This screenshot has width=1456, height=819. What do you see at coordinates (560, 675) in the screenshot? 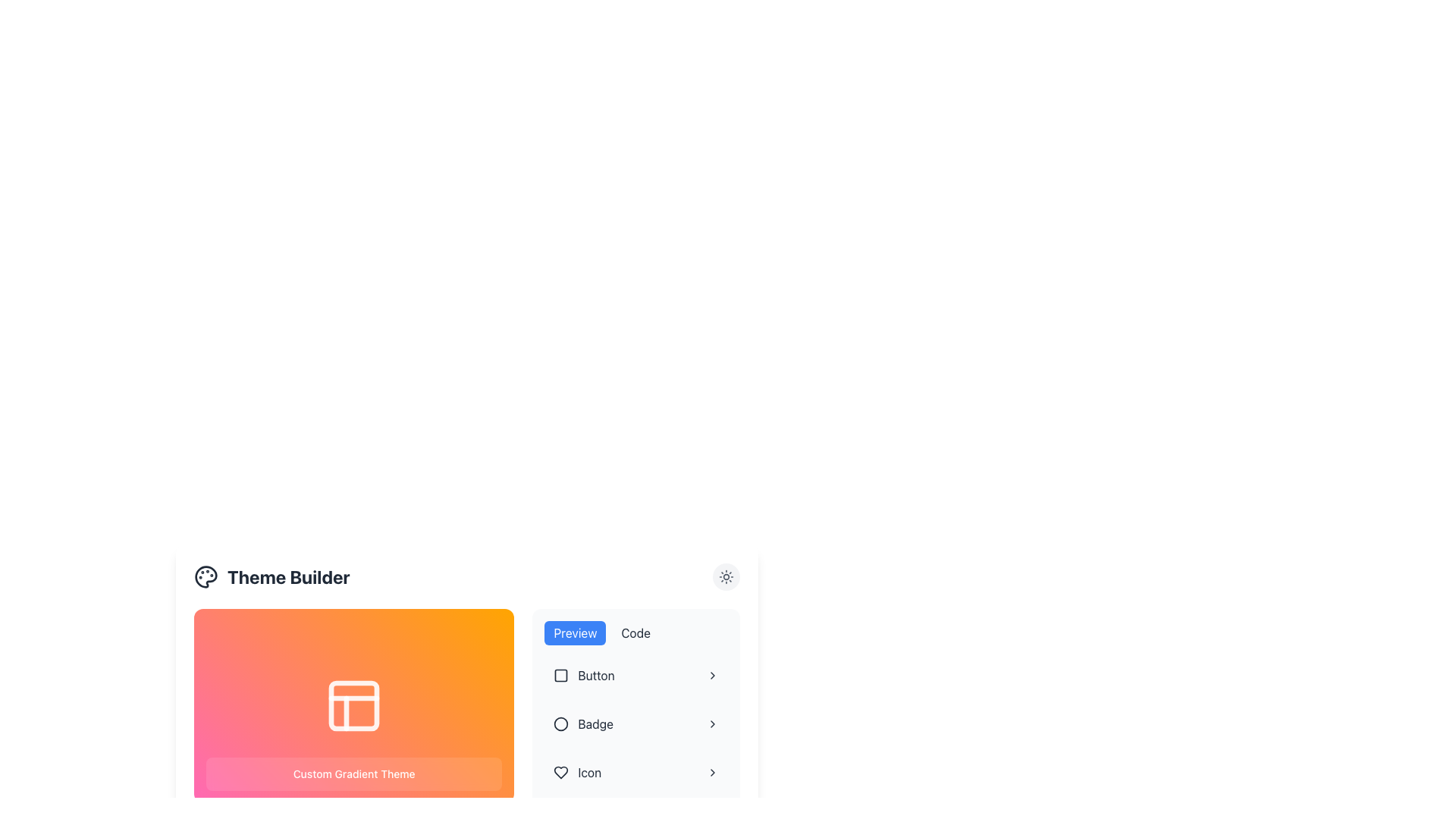
I see `the checkbox-like icon that is the leftmost visual indicator within the button labeled 'Button'` at bounding box center [560, 675].